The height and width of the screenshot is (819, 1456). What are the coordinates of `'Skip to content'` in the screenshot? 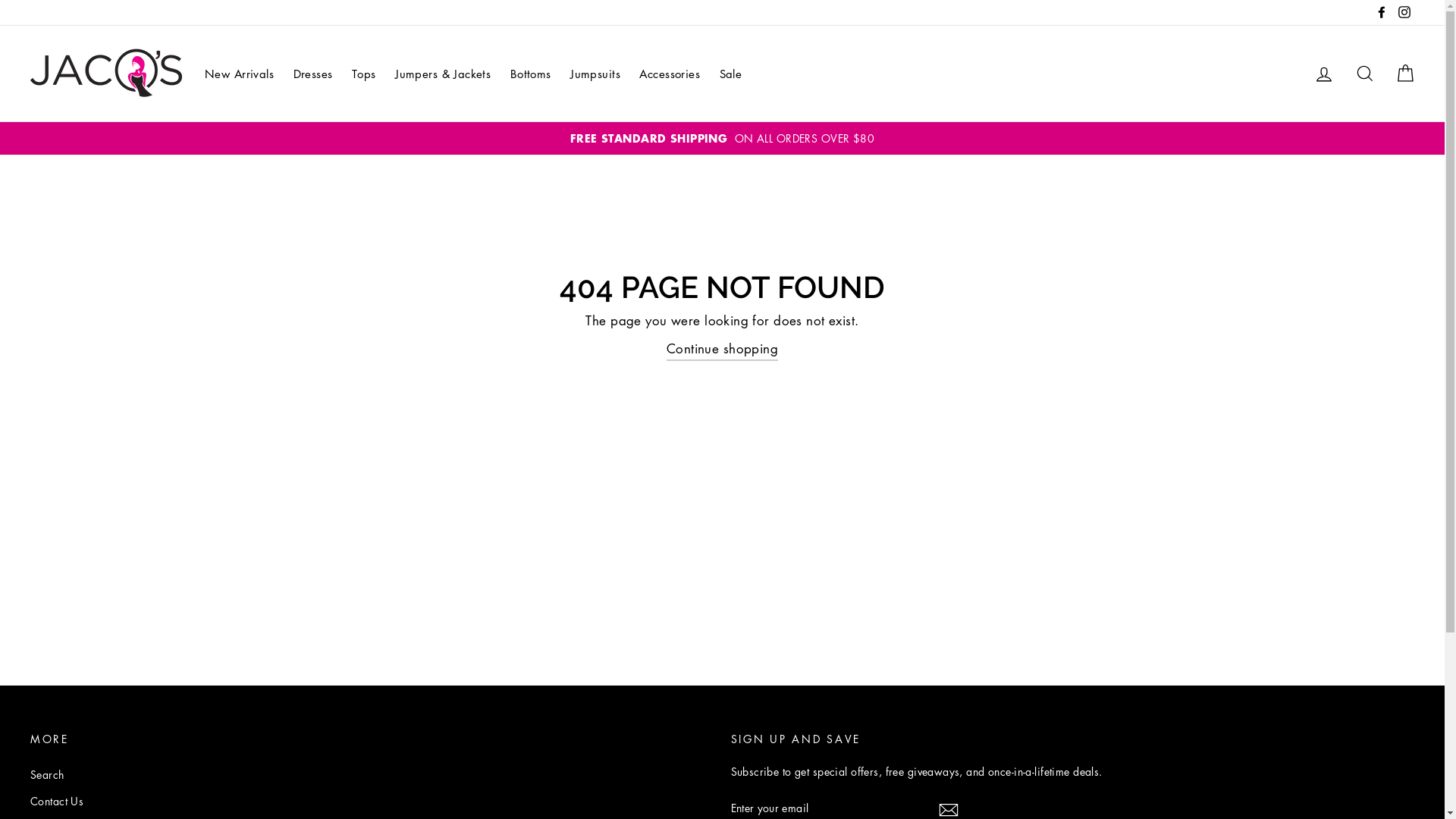 It's located at (0, 0).